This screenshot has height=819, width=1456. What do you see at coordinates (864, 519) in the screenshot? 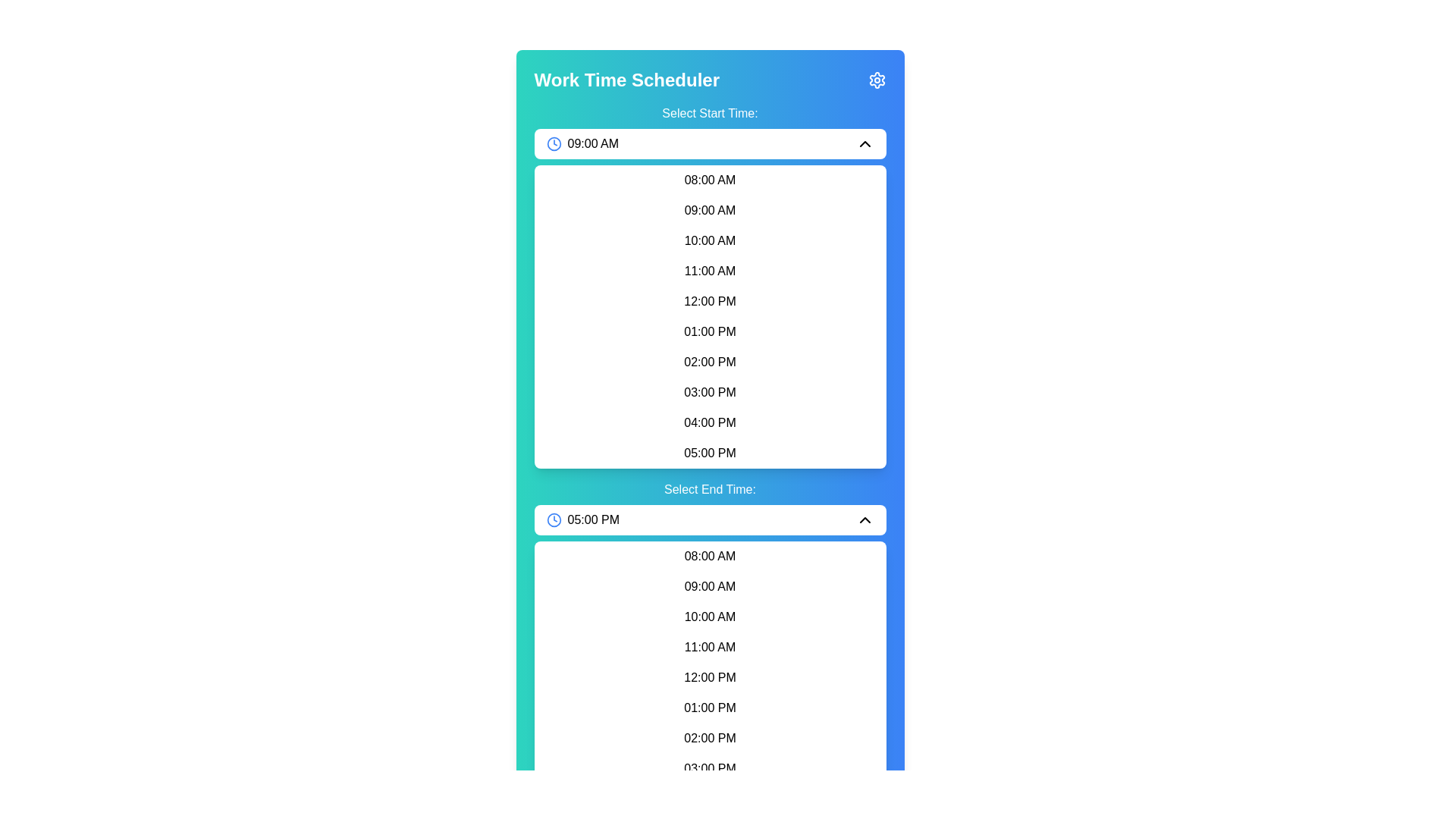
I see `the upward-facing chevron icon located to the right of '05:00 PM' in the 'Select End Time:' section` at bounding box center [864, 519].